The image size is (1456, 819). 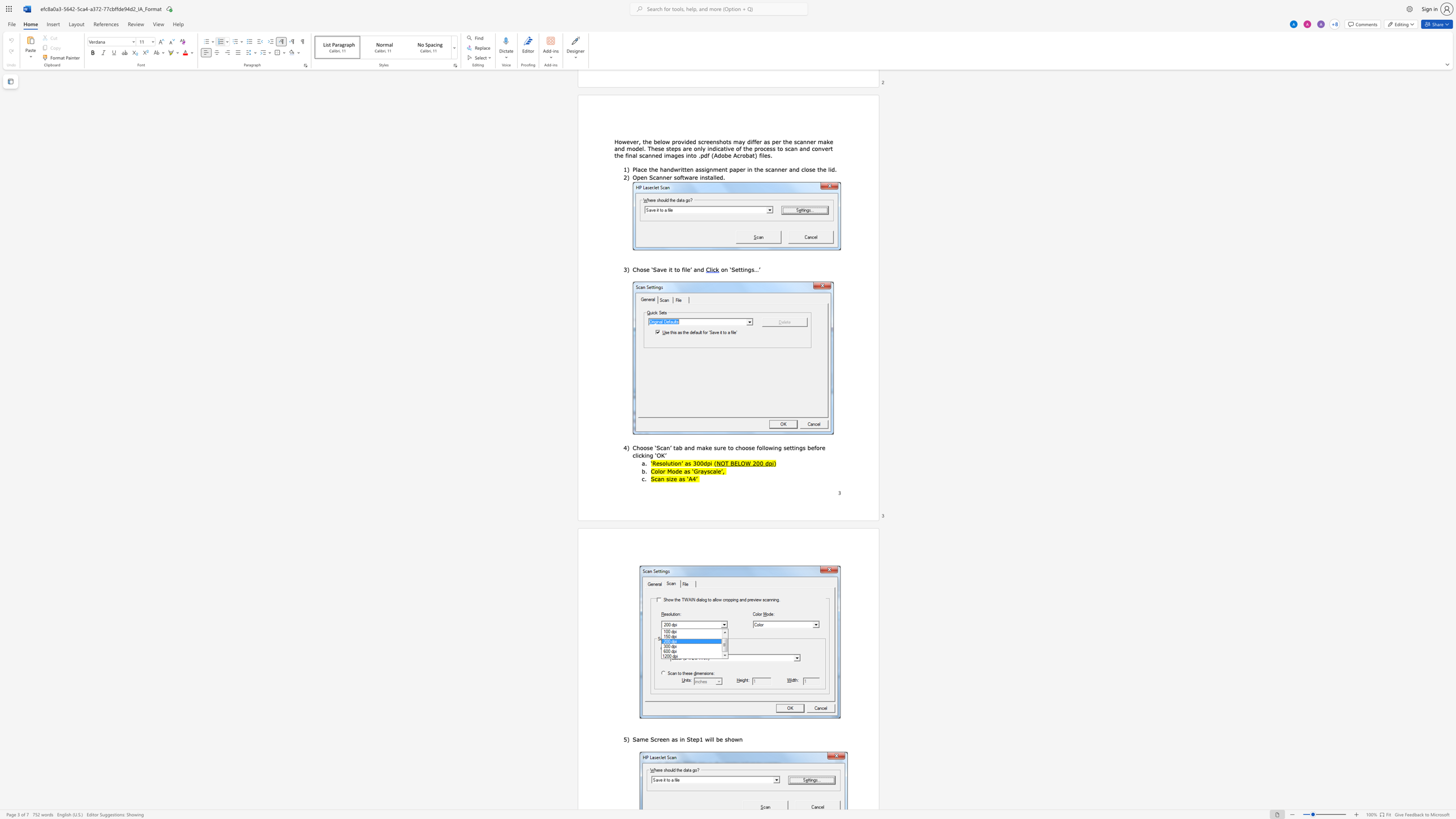 What do you see at coordinates (675, 470) in the screenshot?
I see `the space between the continuous character "o" and "d" in the text` at bounding box center [675, 470].